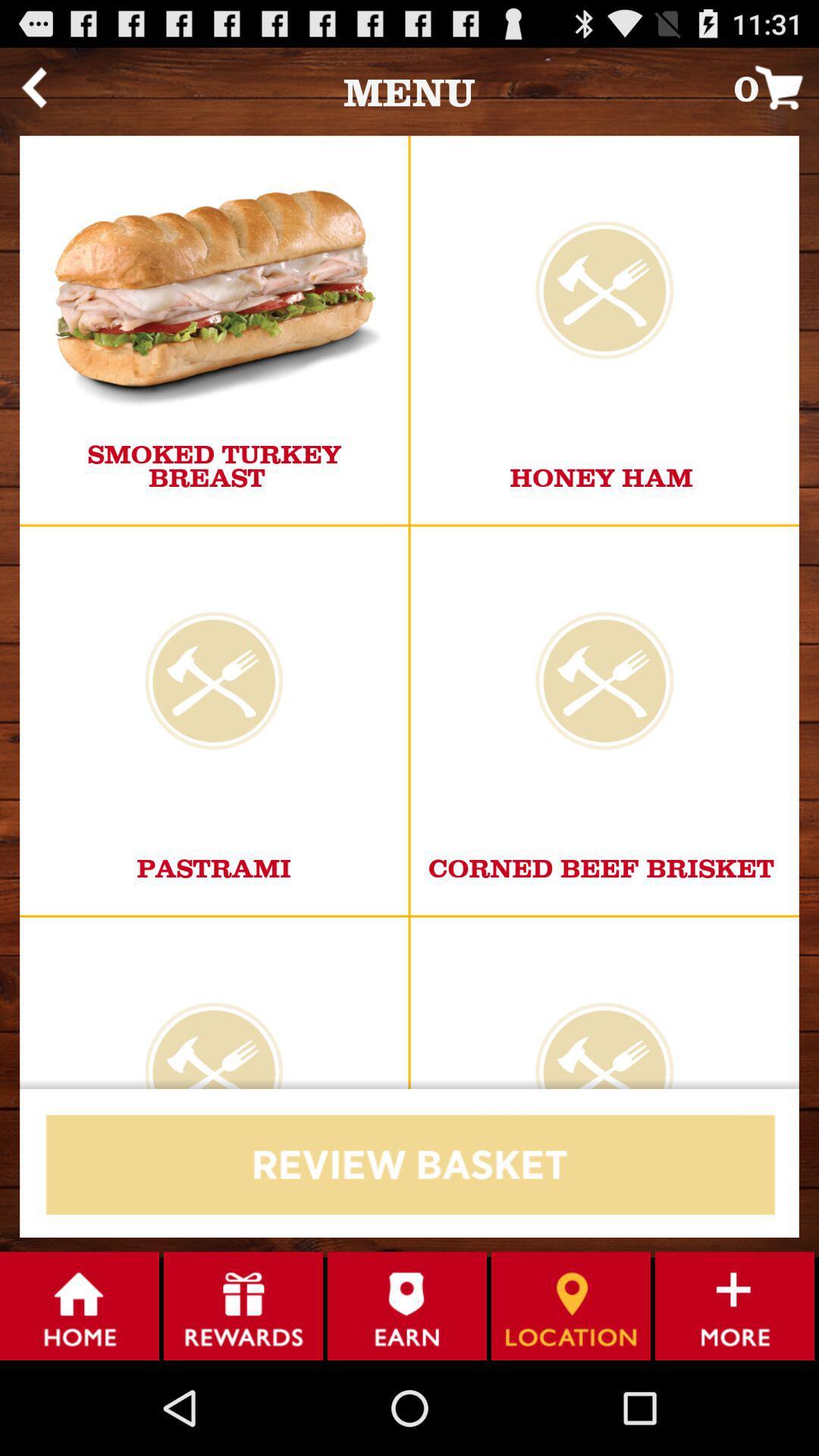  Describe the element at coordinates (776, 86) in the screenshot. I see `the item next to menu app` at that location.